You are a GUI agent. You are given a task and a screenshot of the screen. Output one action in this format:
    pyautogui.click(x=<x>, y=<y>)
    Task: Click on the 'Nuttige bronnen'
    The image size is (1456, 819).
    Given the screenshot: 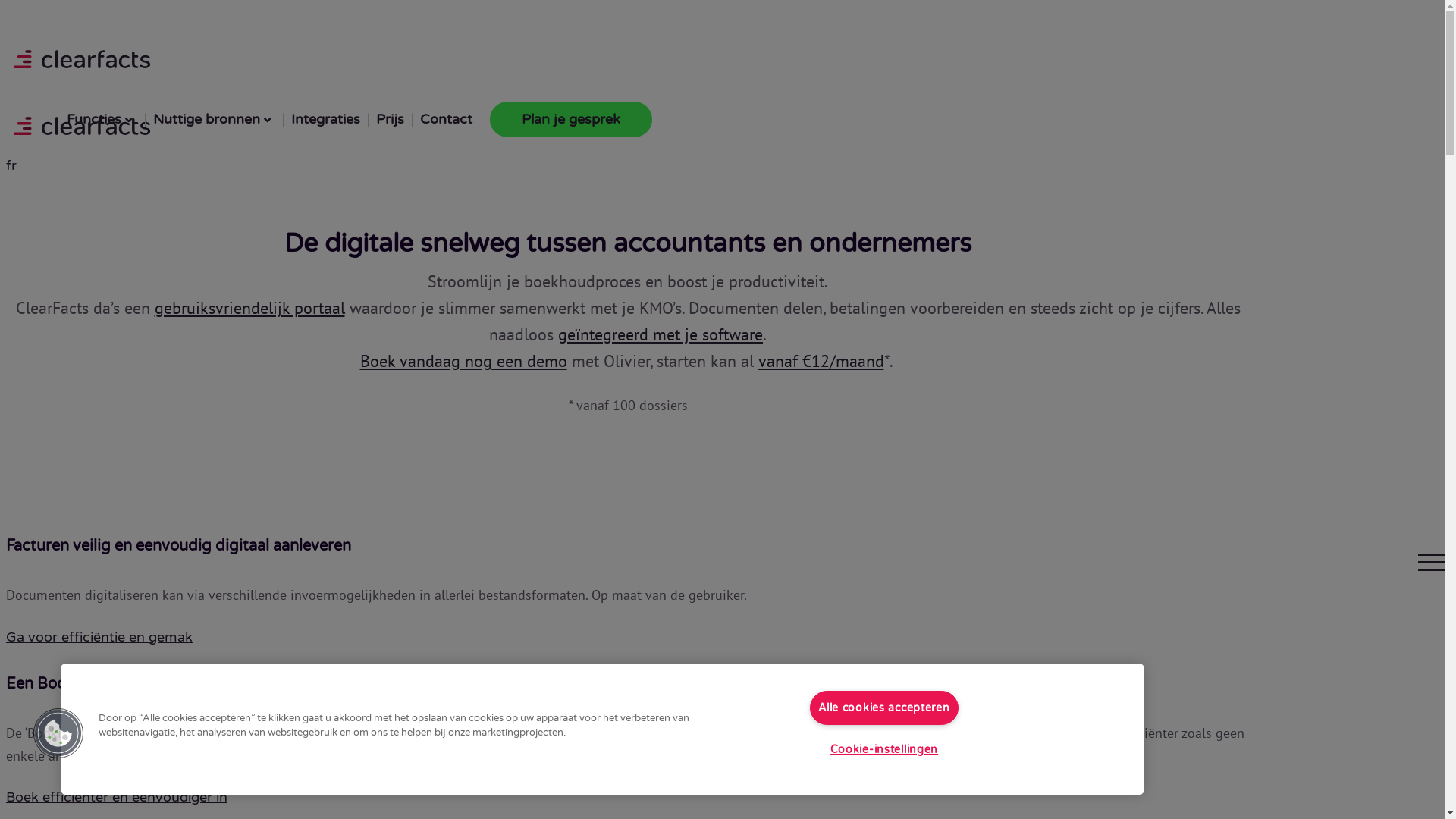 What is the action you would take?
    pyautogui.click(x=214, y=118)
    